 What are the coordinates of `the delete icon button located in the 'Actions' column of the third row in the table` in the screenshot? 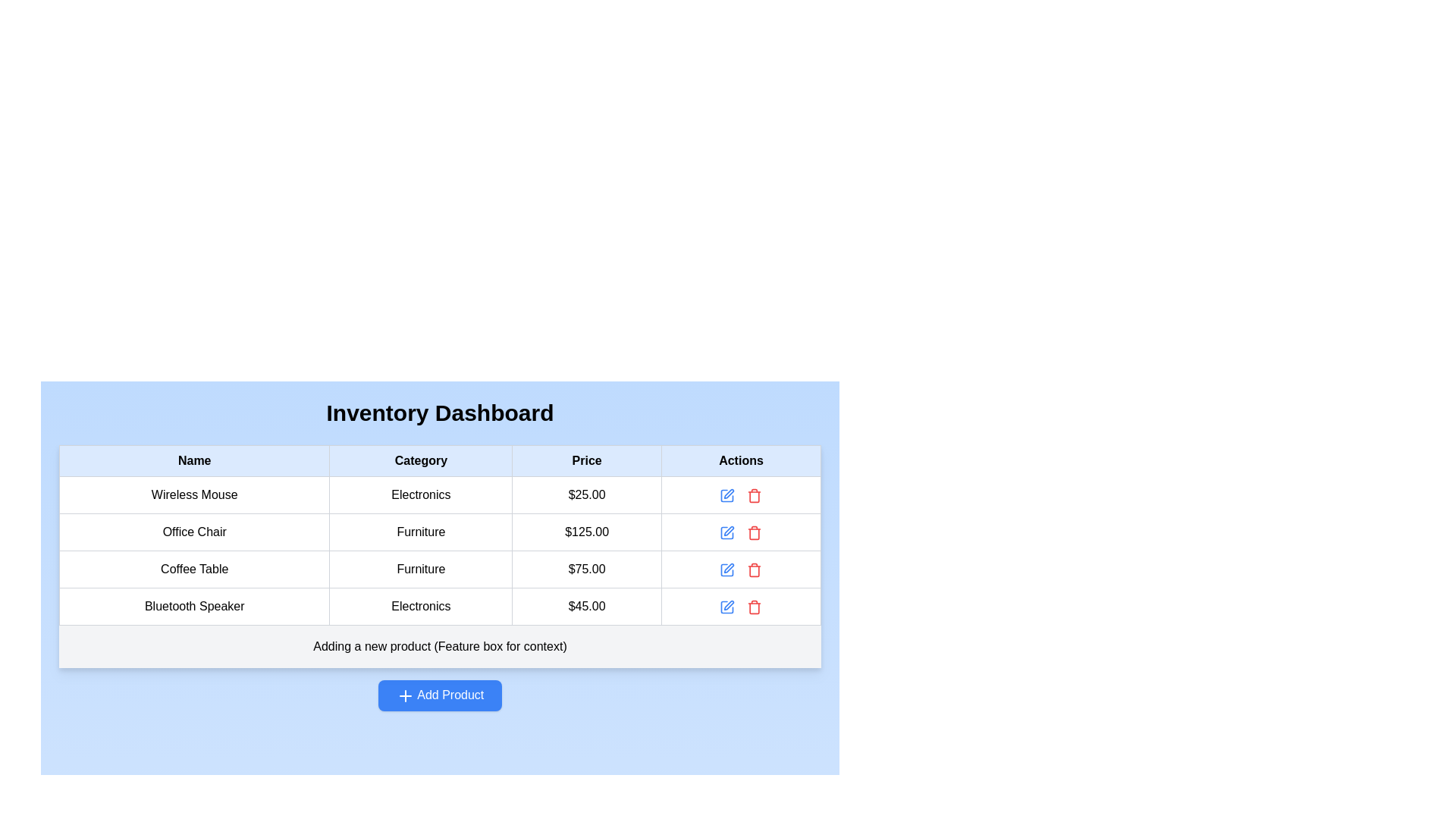 It's located at (755, 532).